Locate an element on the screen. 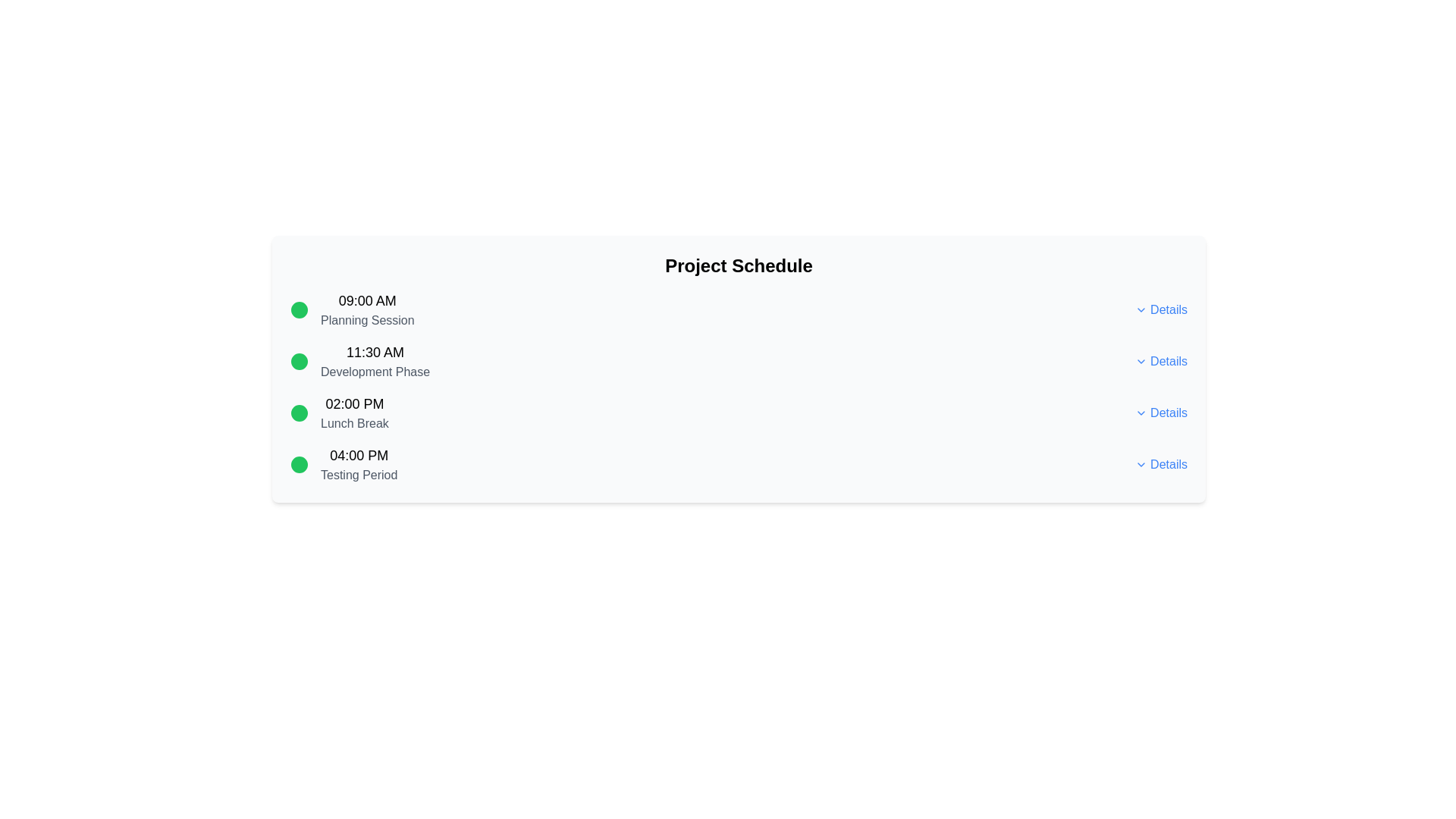 The image size is (1456, 819). text label 'Details' styled in blue font, located on the far-right side of the row in the list, aligned with the '09:00 AM Planning Session' row is located at coordinates (1168, 309).